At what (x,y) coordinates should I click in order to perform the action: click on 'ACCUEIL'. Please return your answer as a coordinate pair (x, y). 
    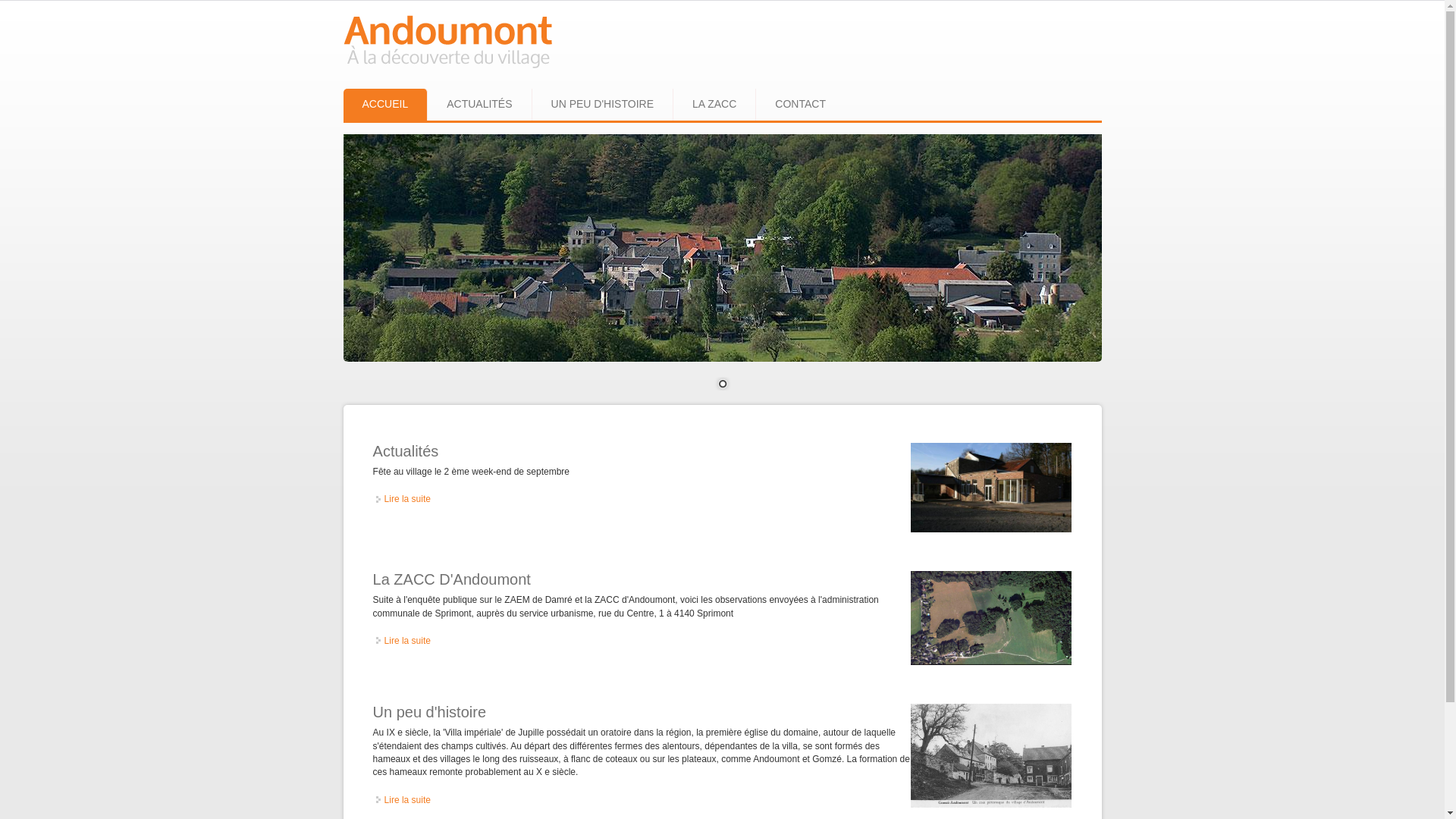
    Looking at the image, I should click on (385, 103).